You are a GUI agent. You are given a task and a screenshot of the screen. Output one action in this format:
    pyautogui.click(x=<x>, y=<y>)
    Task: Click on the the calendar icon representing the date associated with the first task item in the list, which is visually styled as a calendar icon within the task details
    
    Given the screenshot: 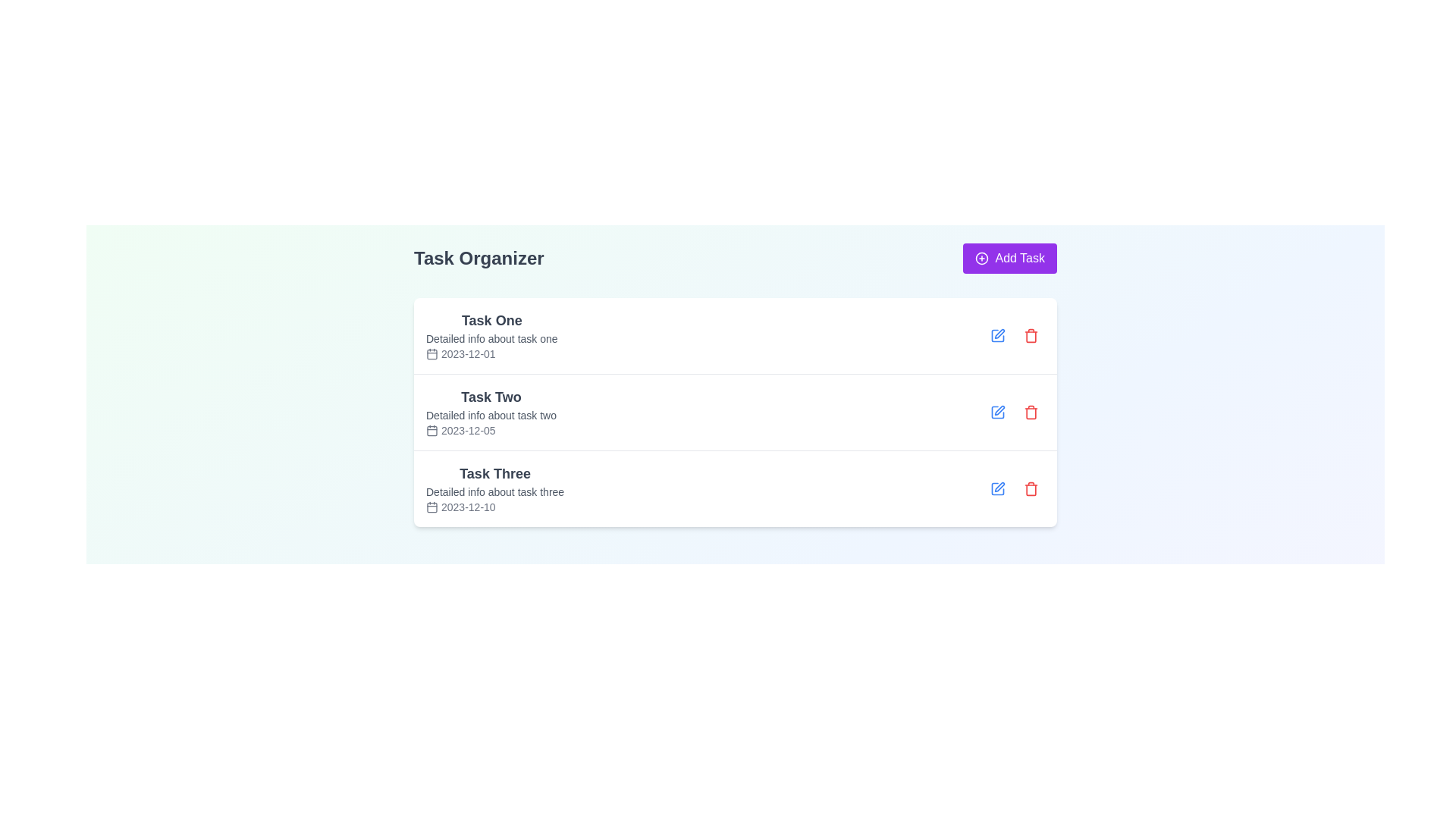 What is the action you would take?
    pyautogui.click(x=431, y=353)
    